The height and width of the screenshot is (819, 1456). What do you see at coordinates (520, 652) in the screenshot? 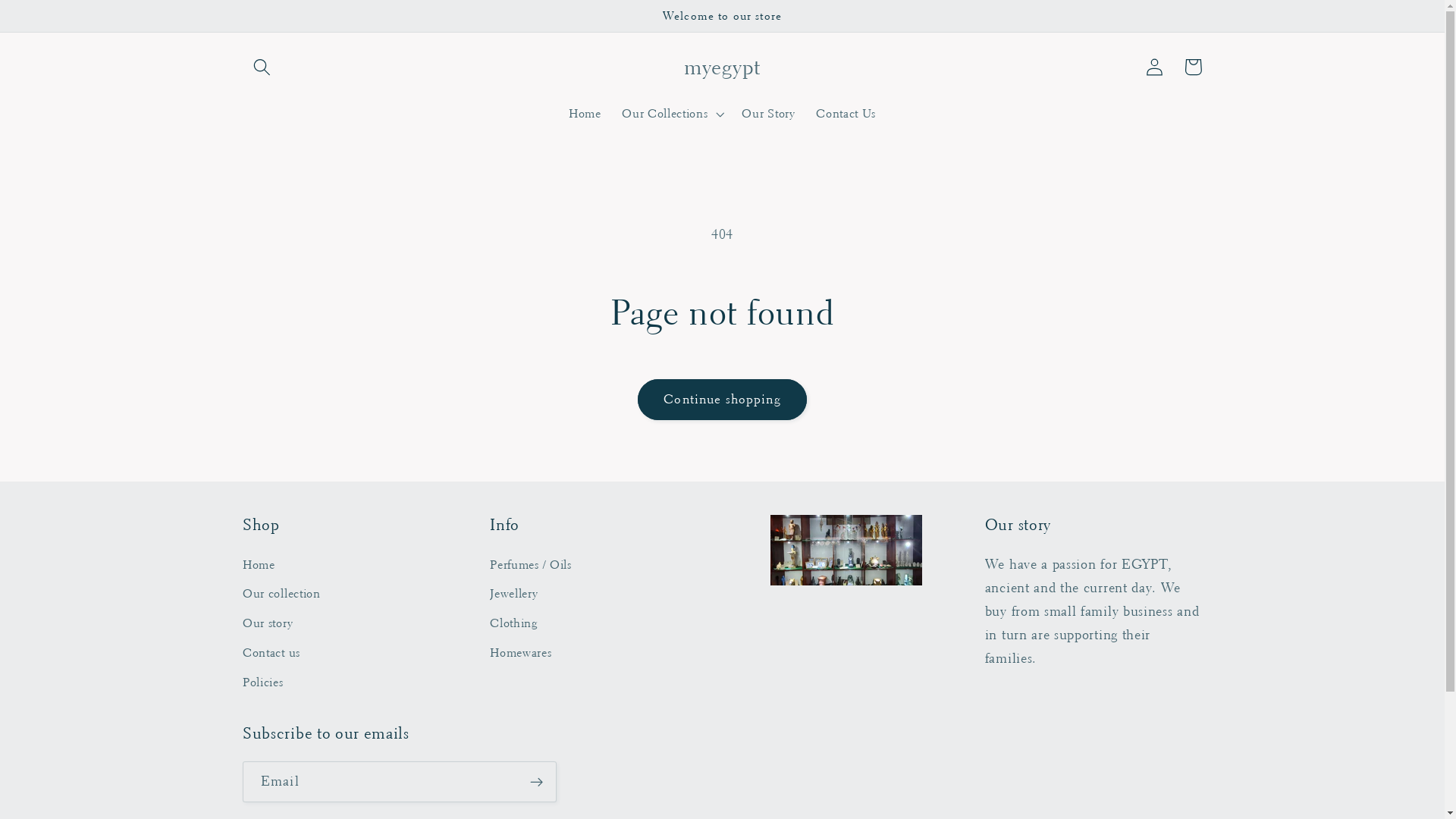
I see `'Homewares'` at bounding box center [520, 652].